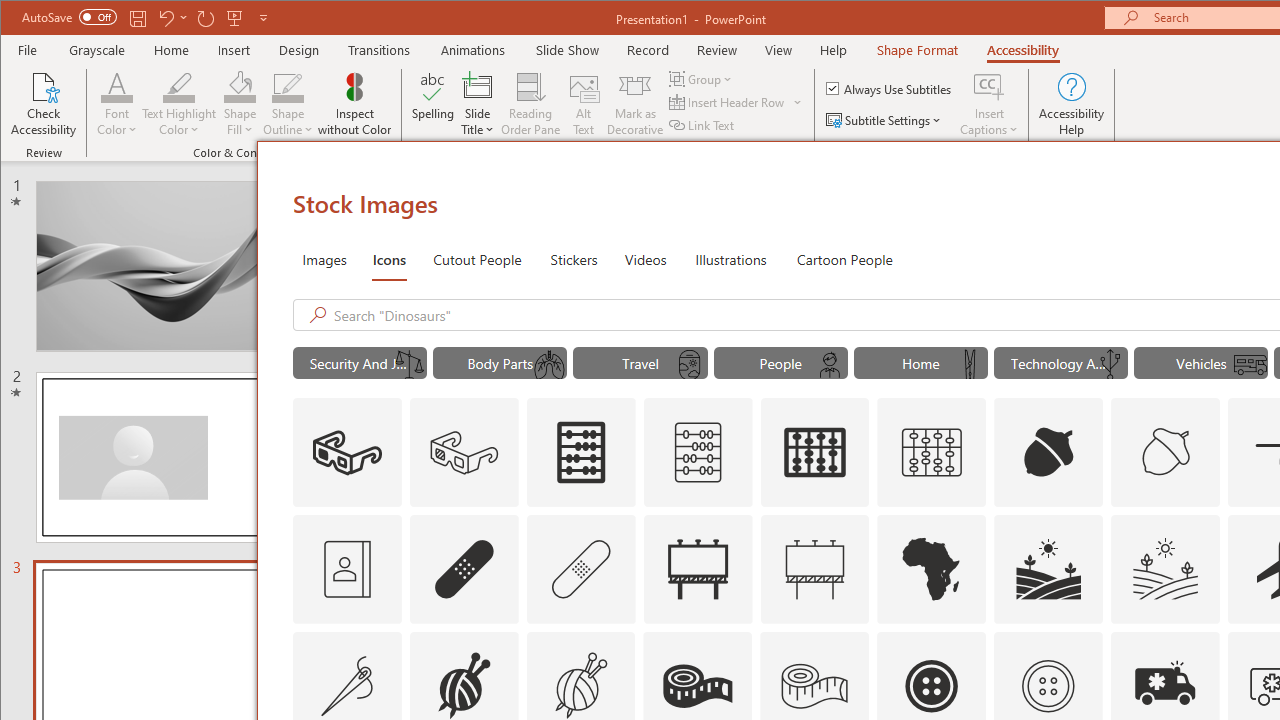 The image size is (1280, 720). What do you see at coordinates (580, 452) in the screenshot?
I see `'AutomationID: Icons_Abacus'` at bounding box center [580, 452].